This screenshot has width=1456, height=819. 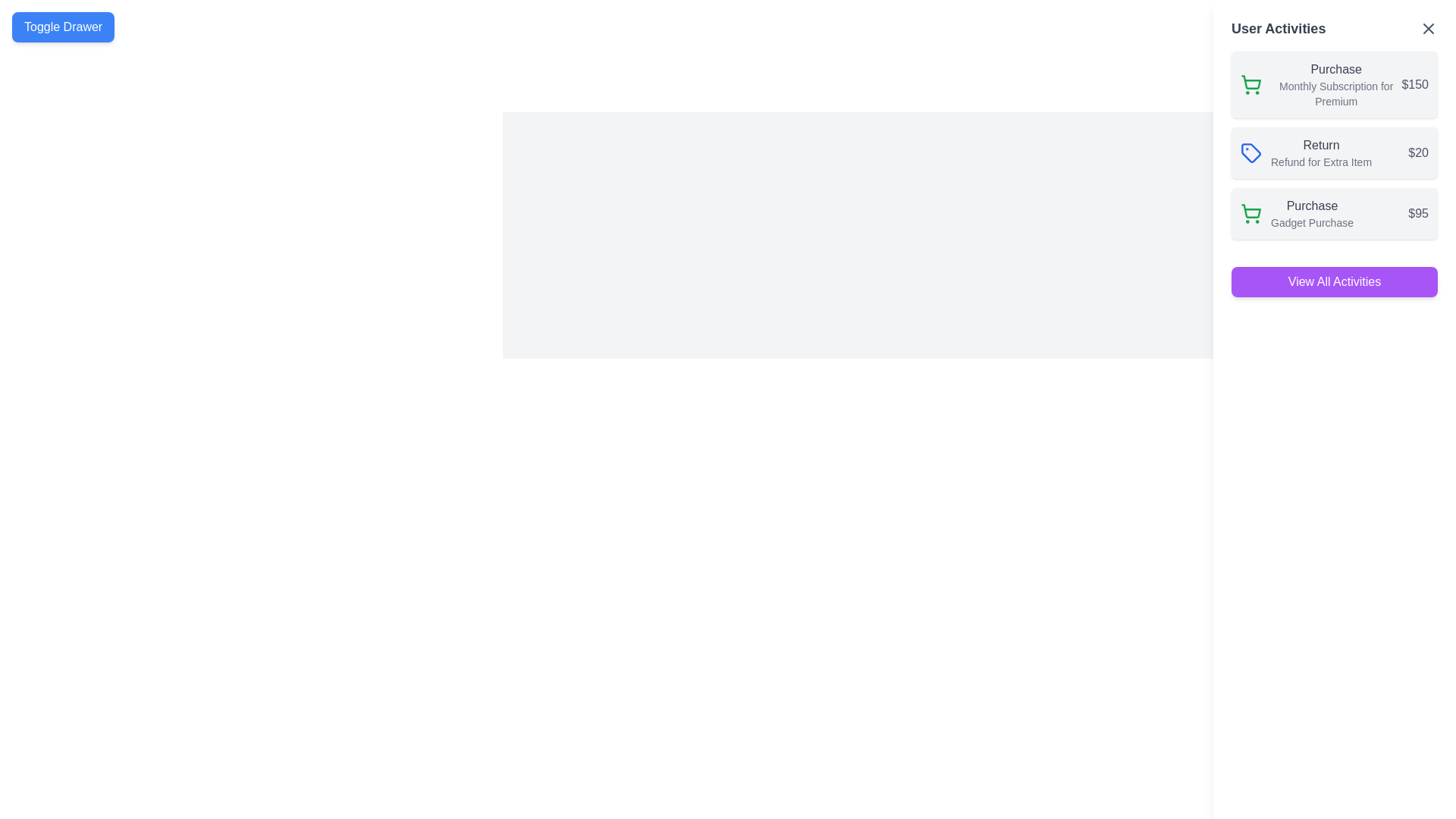 What do you see at coordinates (1336, 93) in the screenshot?
I see `the static text label displaying 'Monthly Subscription for Premium' located under the header 'Purchase' in the 'User Activities' section` at bounding box center [1336, 93].